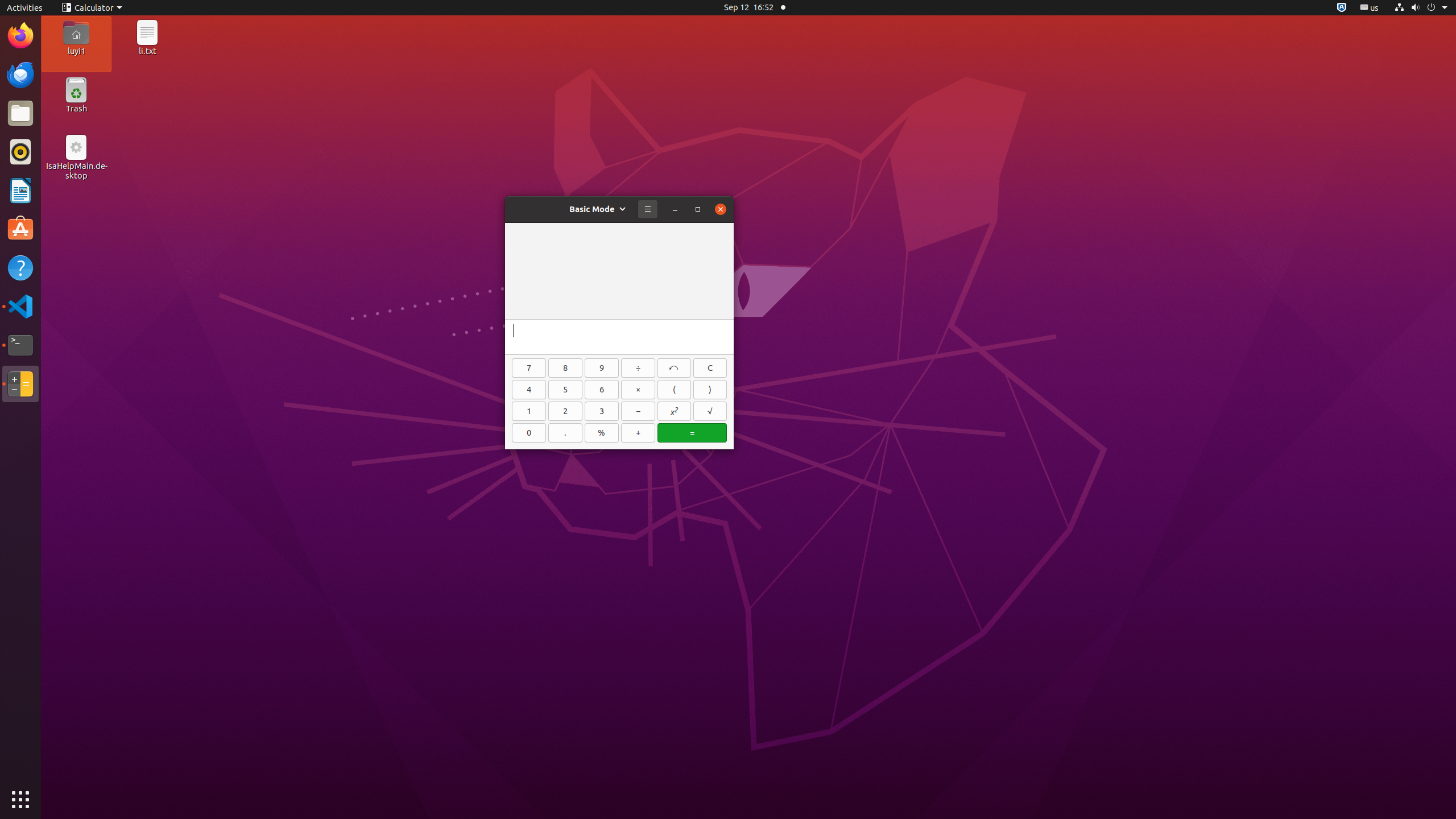  Describe the element at coordinates (91, 7) in the screenshot. I see `'Calculator'` at that location.